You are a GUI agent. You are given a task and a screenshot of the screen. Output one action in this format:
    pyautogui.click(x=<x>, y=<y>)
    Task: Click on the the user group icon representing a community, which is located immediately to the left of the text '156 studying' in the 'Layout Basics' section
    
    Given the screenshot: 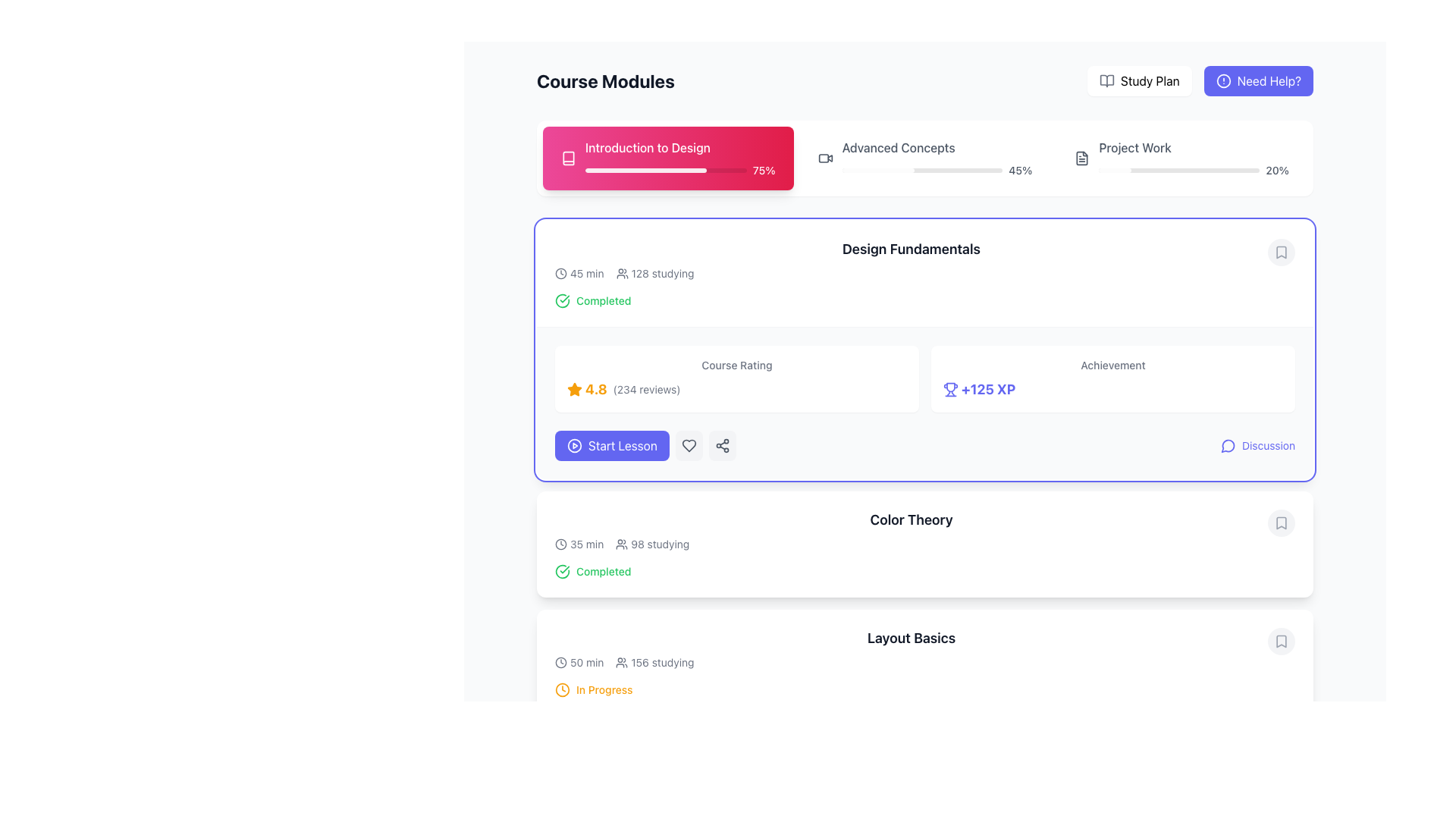 What is the action you would take?
    pyautogui.click(x=622, y=662)
    